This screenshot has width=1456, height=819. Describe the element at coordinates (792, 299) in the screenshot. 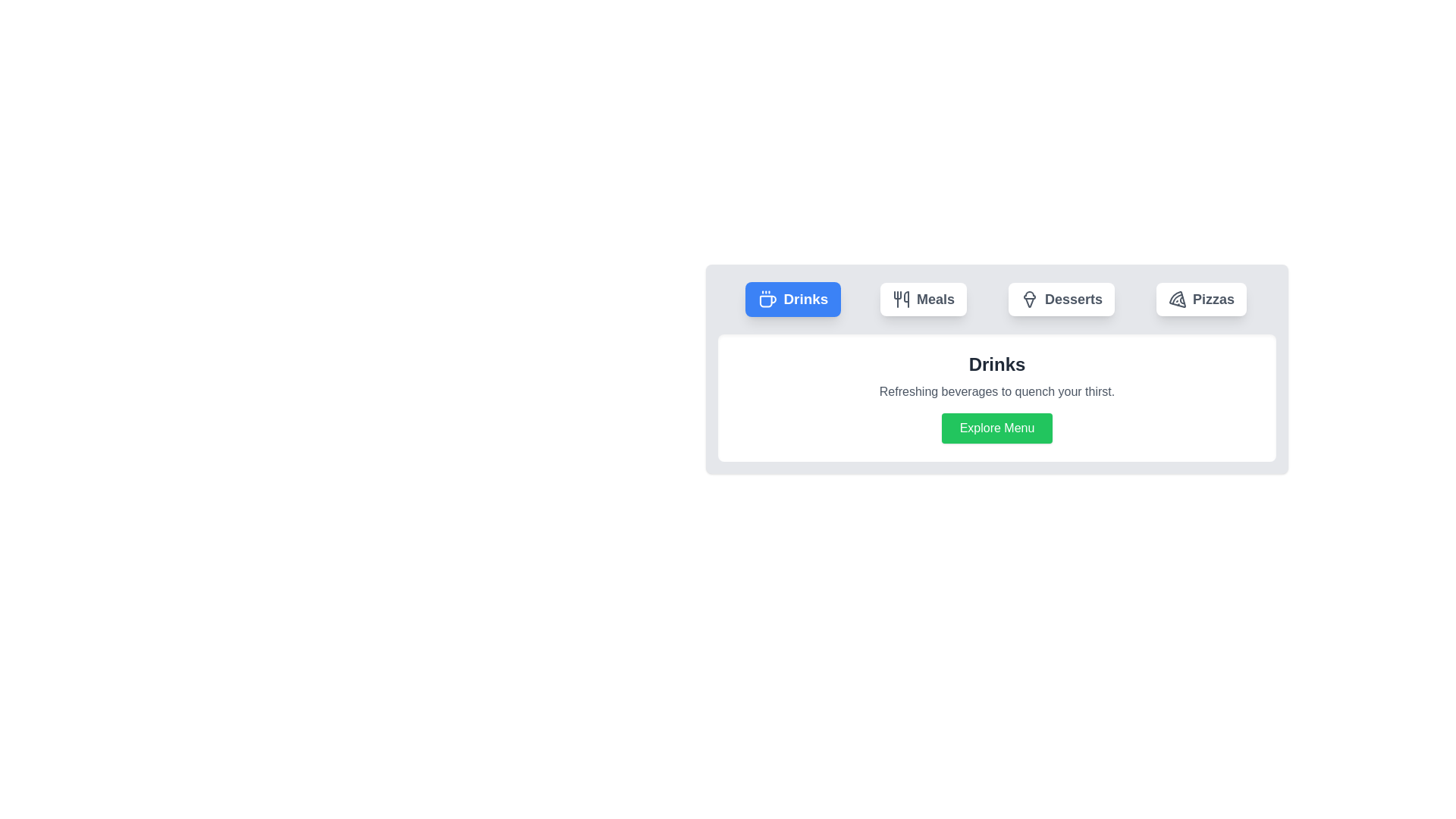

I see `the 'Drinks' tab button` at that location.